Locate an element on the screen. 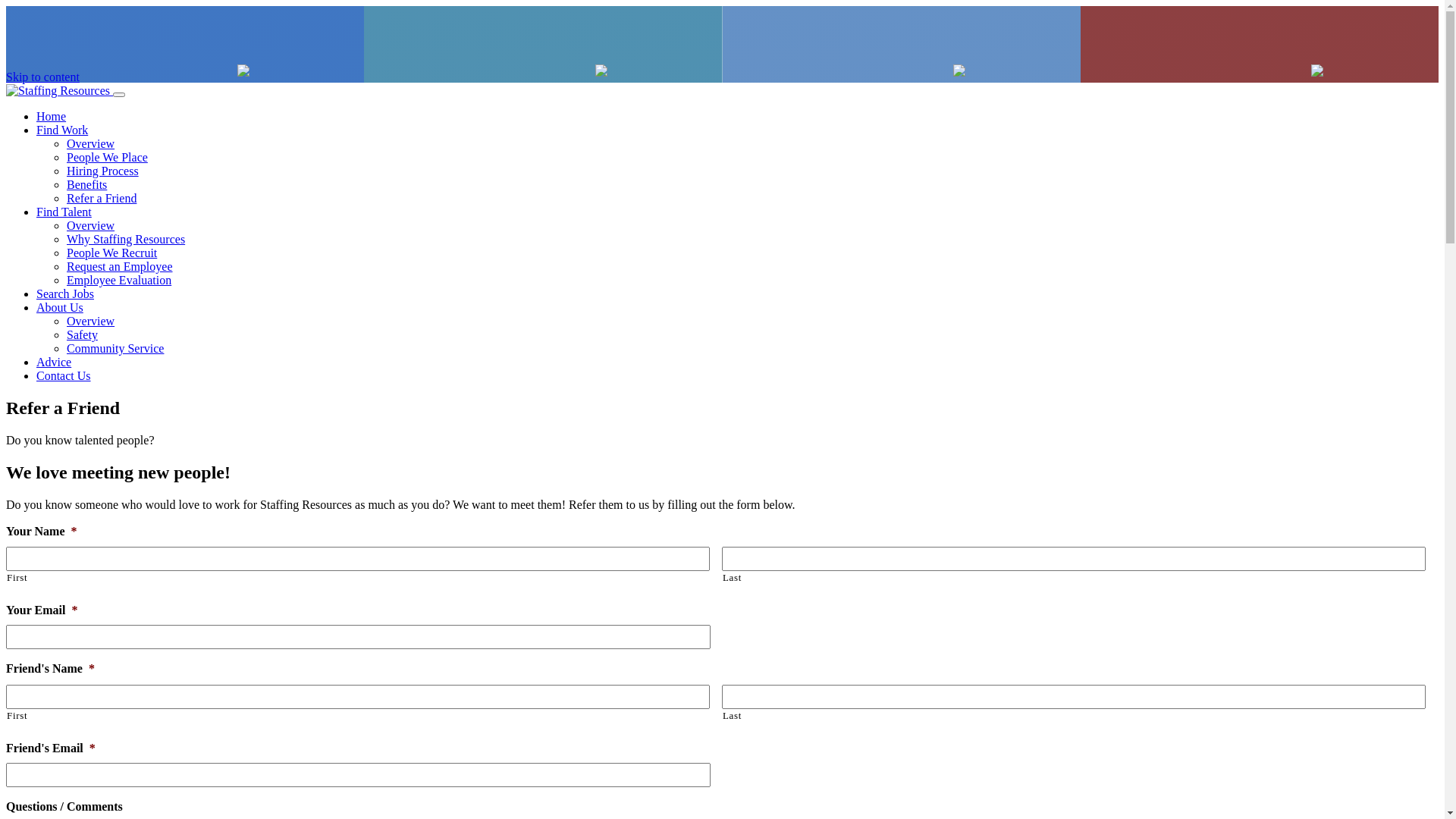 The width and height of the screenshot is (1456, 819). 'Advice' is located at coordinates (54, 362).